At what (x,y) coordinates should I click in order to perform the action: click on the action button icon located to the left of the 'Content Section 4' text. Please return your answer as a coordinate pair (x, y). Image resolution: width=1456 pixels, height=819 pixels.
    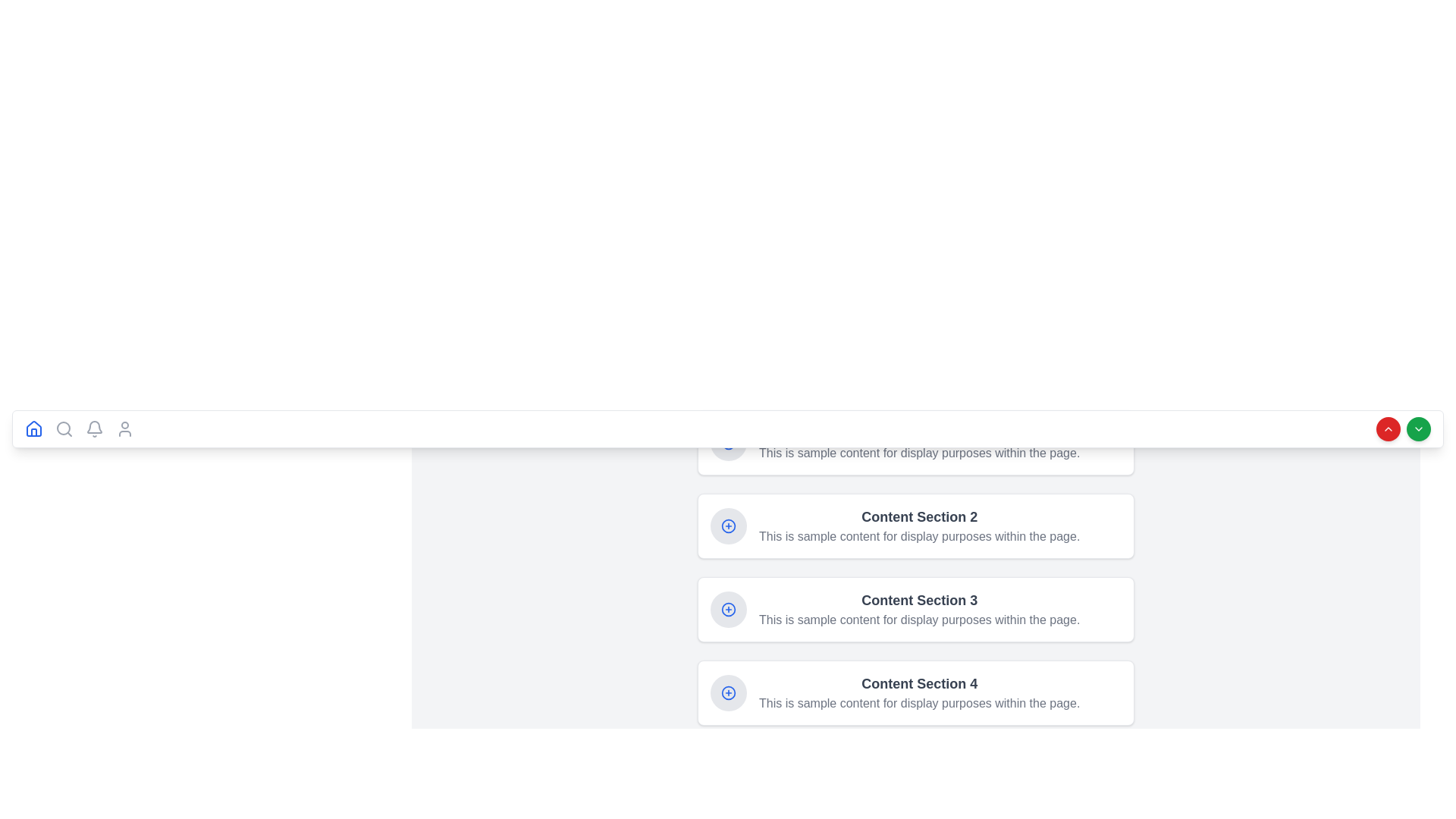
    Looking at the image, I should click on (728, 693).